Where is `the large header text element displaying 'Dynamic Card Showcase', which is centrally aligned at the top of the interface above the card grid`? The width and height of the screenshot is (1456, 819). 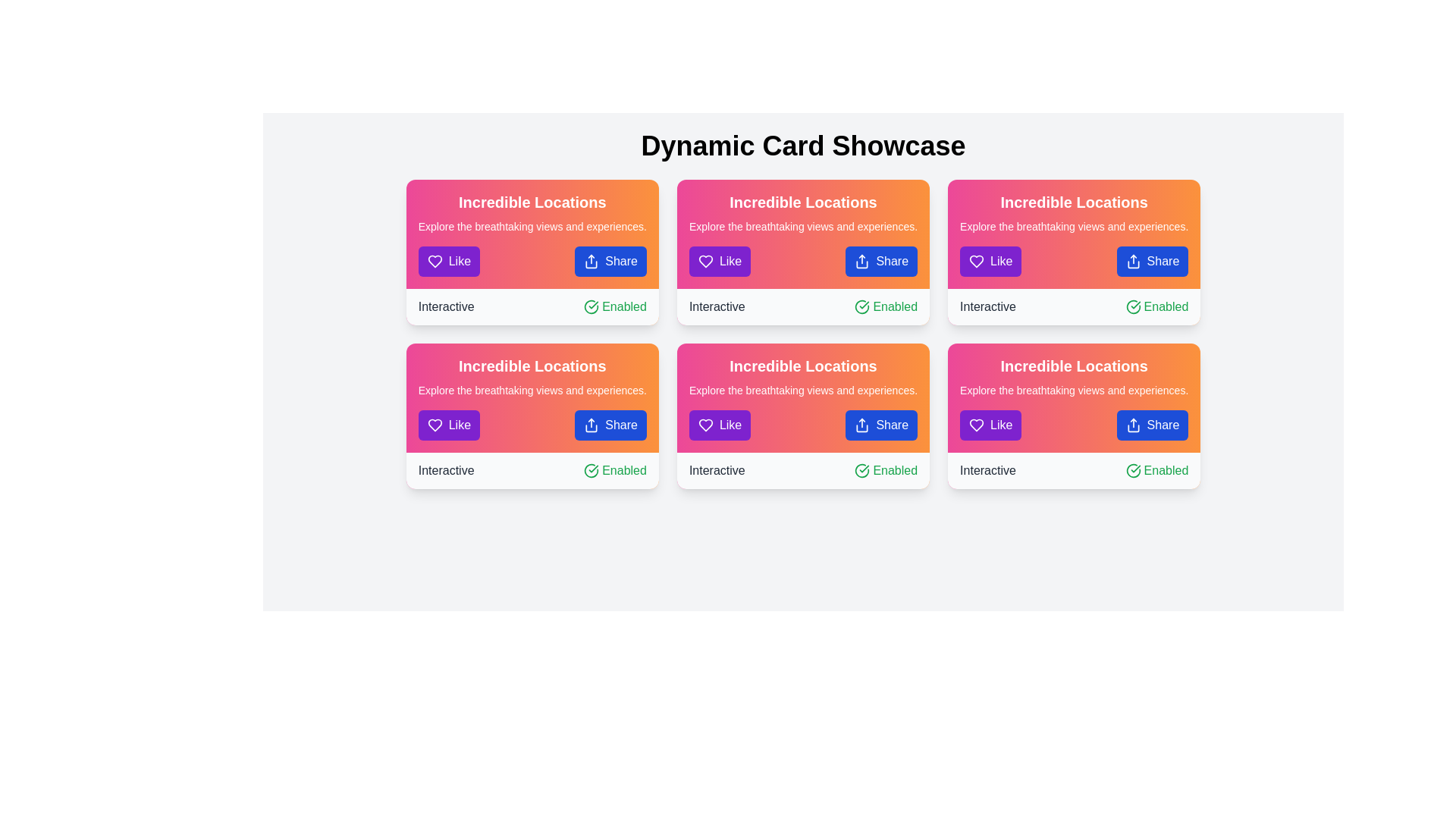 the large header text element displaying 'Dynamic Card Showcase', which is centrally aligned at the top of the interface above the card grid is located at coordinates (802, 146).